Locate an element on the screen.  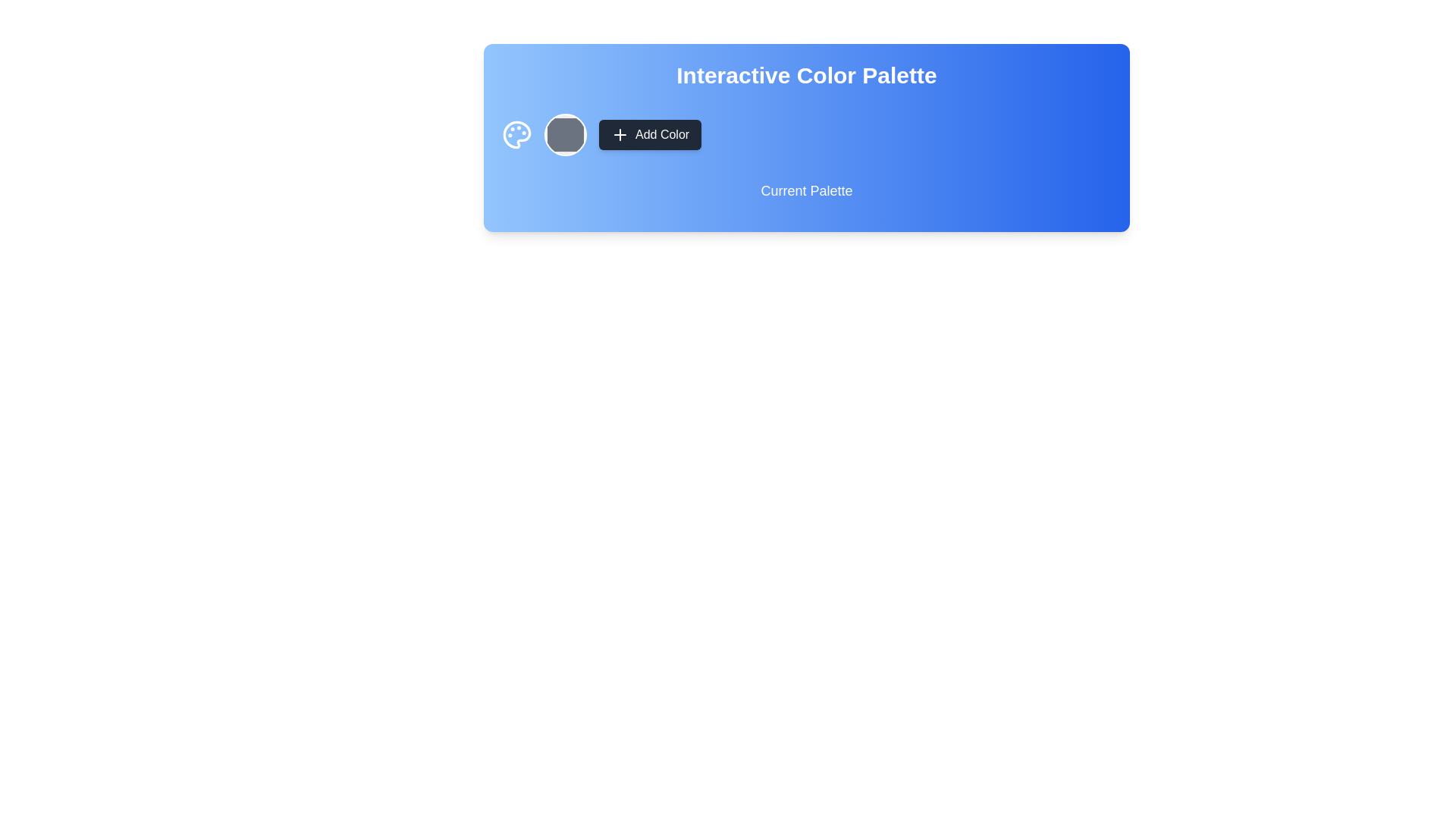
the painter's palette icon, which is the first element in a horizontal row containing a text button labeled 'Add Color' and a color selector circle, positioned at the leftmost side is located at coordinates (516, 133).